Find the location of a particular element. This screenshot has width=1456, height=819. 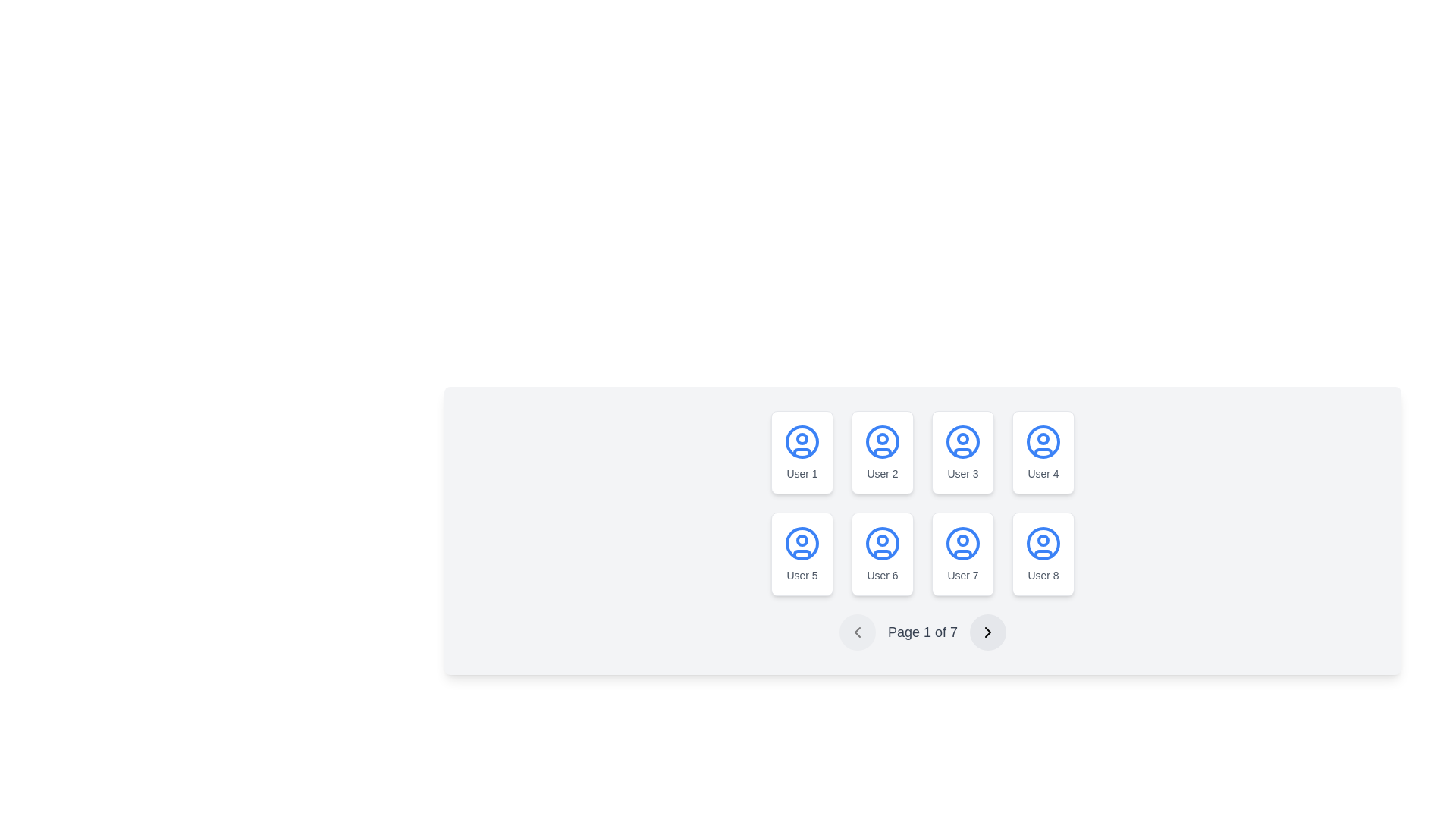

the outermost circle of the user profile icon, which is the second item in the top row of the user icons grid is located at coordinates (882, 441).